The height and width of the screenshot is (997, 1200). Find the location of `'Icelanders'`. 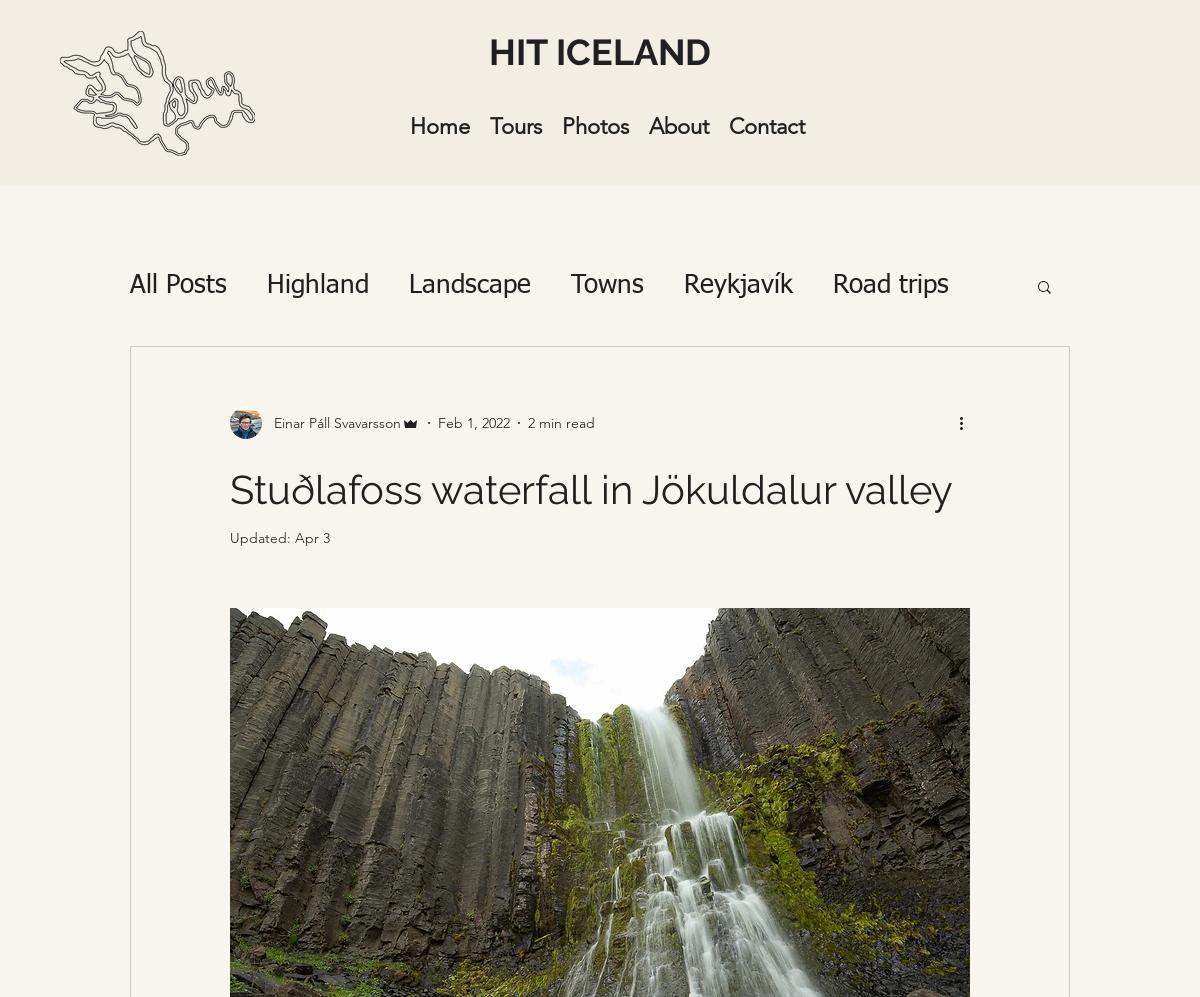

'Icelanders' is located at coordinates (351, 365).